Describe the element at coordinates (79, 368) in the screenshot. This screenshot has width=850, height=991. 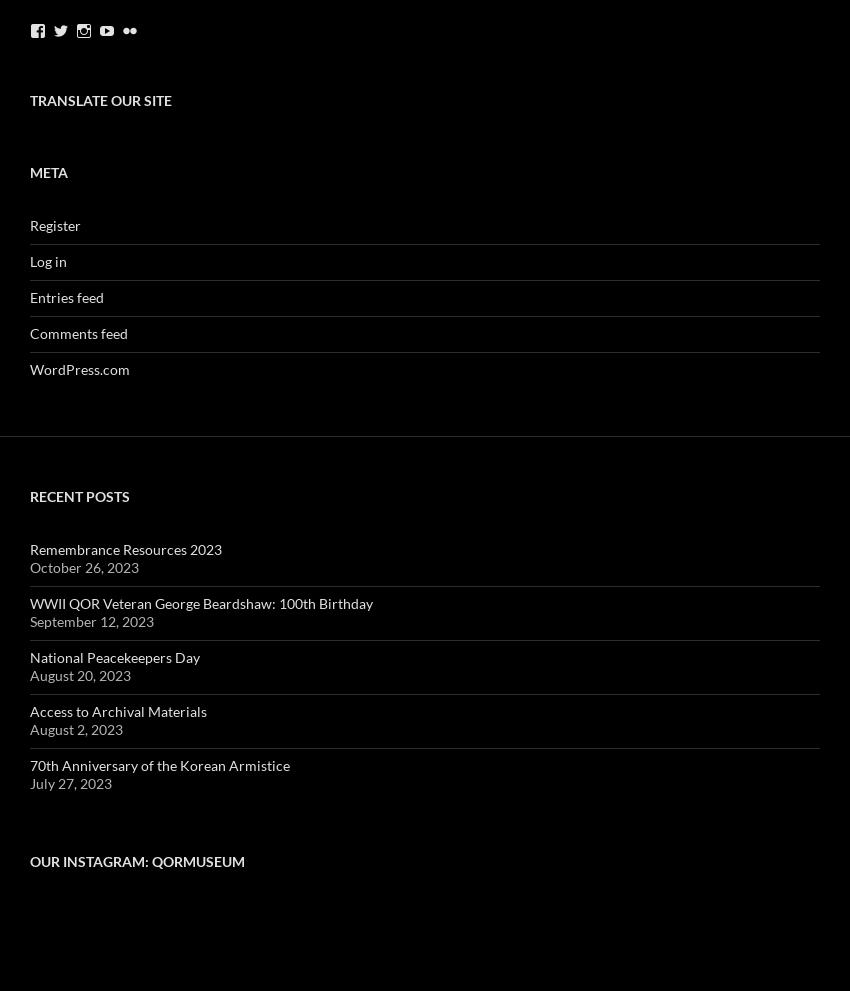
I see `'WordPress.com'` at that location.